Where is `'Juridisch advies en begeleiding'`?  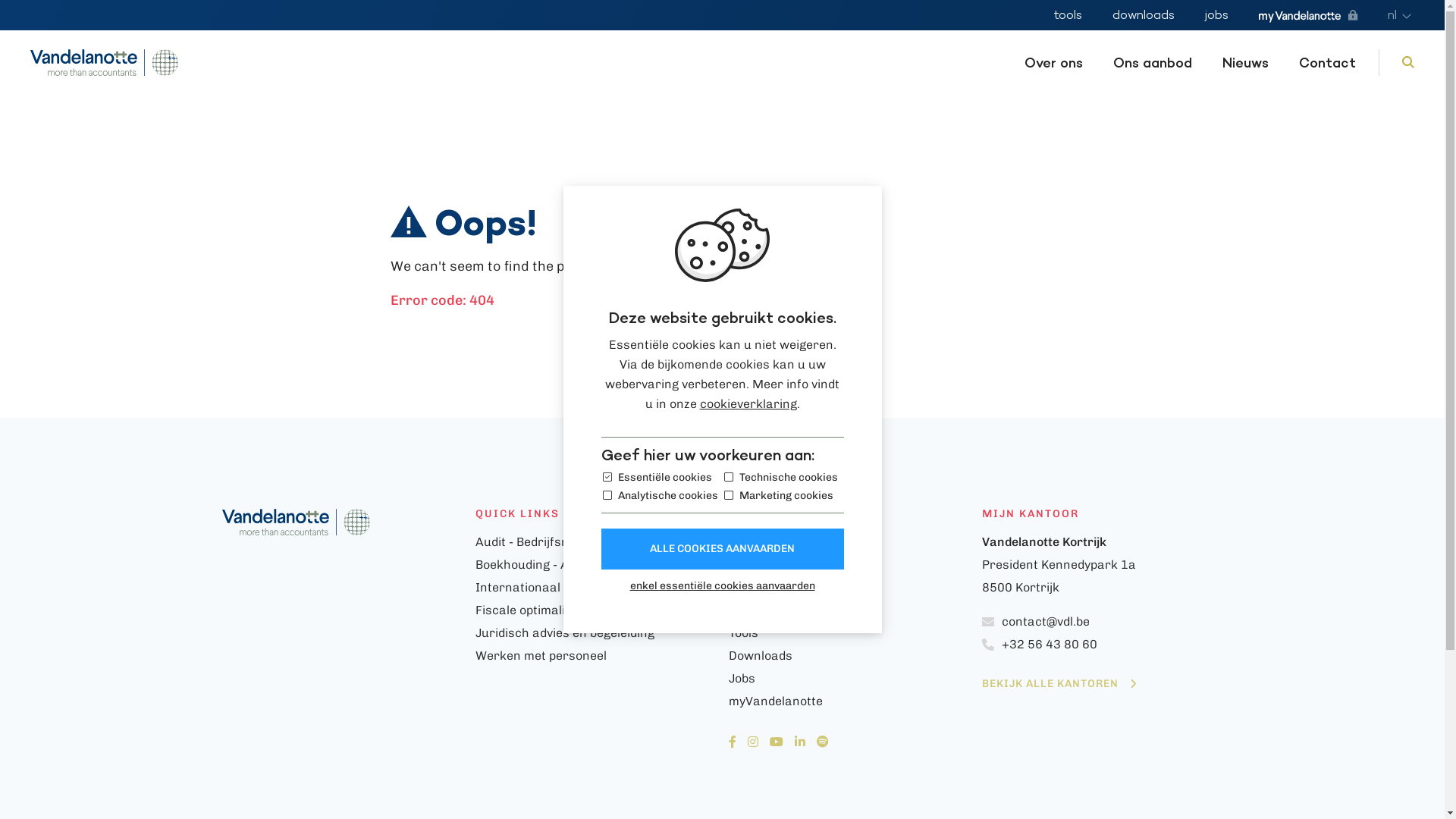 'Juridisch advies en begeleiding' is located at coordinates (563, 632).